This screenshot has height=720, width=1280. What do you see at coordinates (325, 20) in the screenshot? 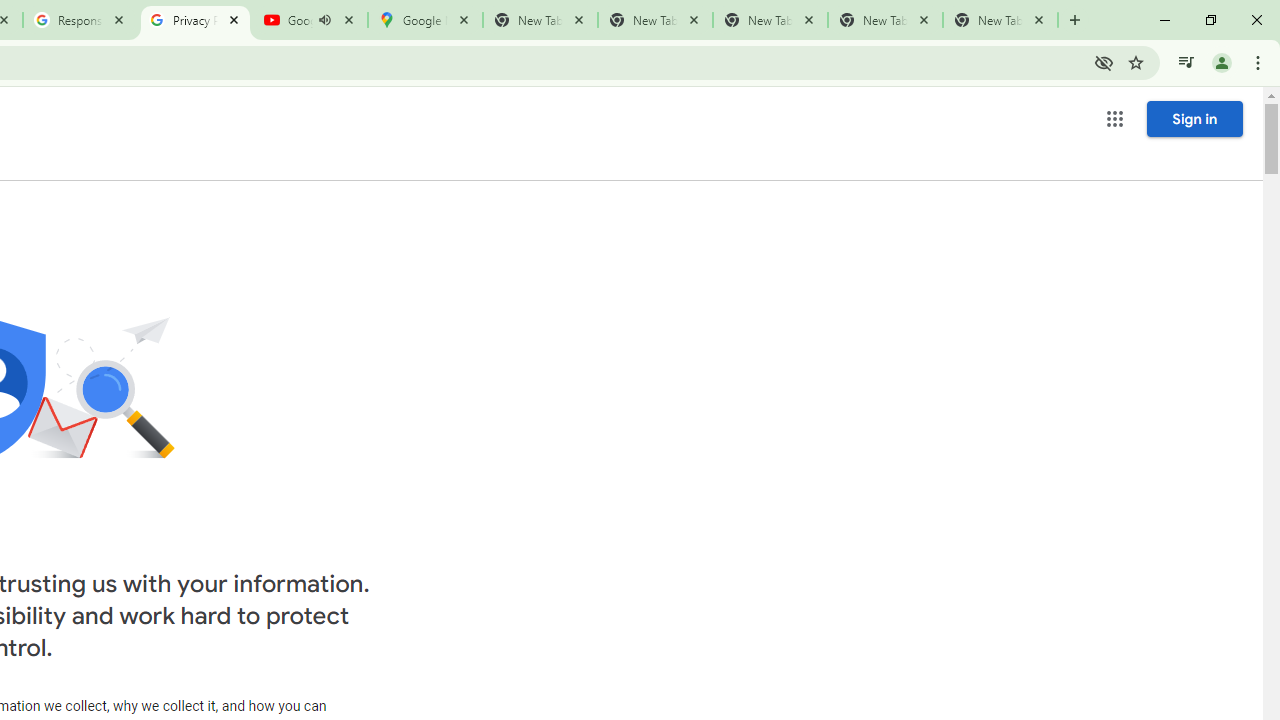
I see `'Mute tab'` at bounding box center [325, 20].